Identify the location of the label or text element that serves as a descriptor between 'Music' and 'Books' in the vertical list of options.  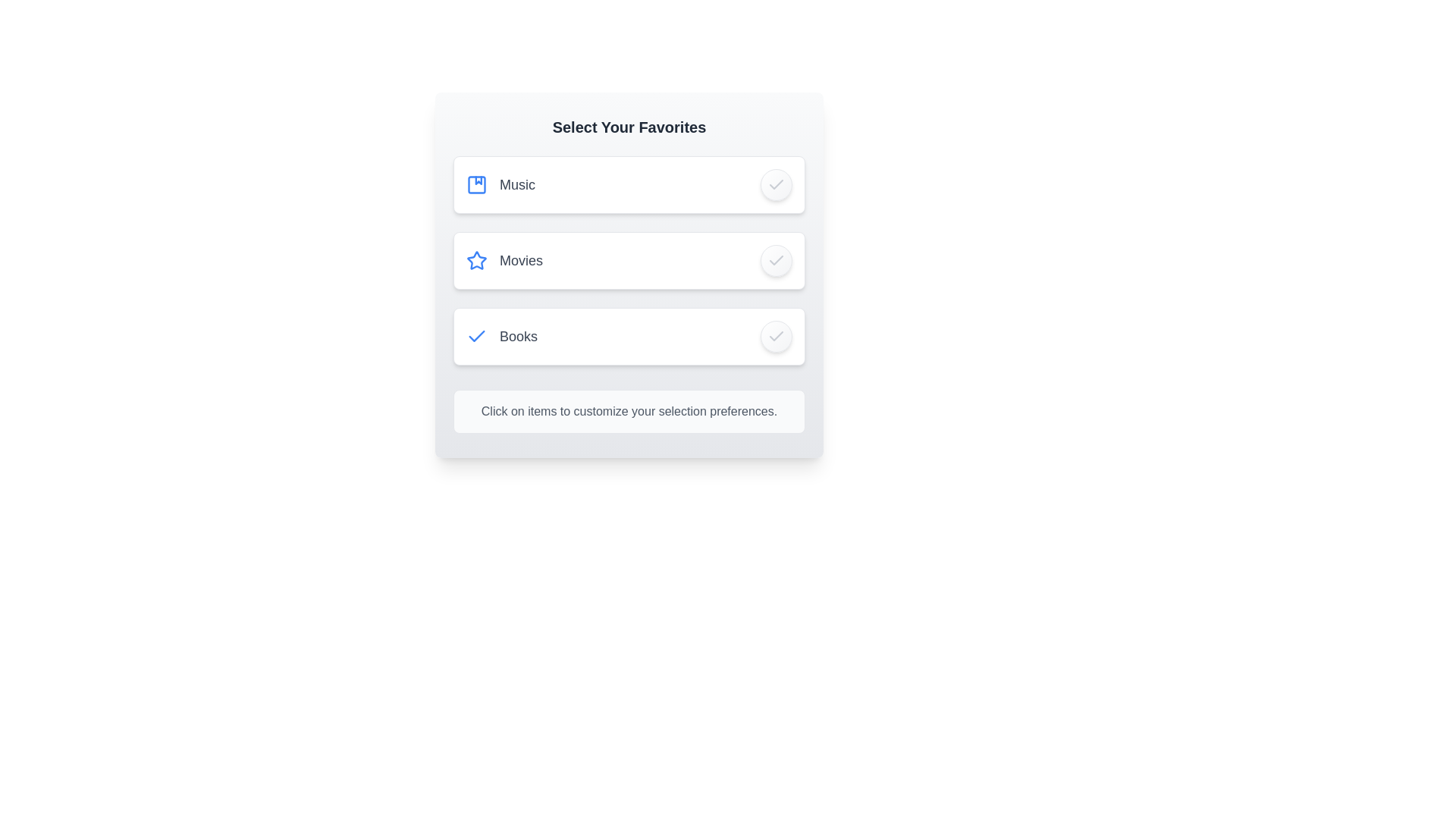
(521, 259).